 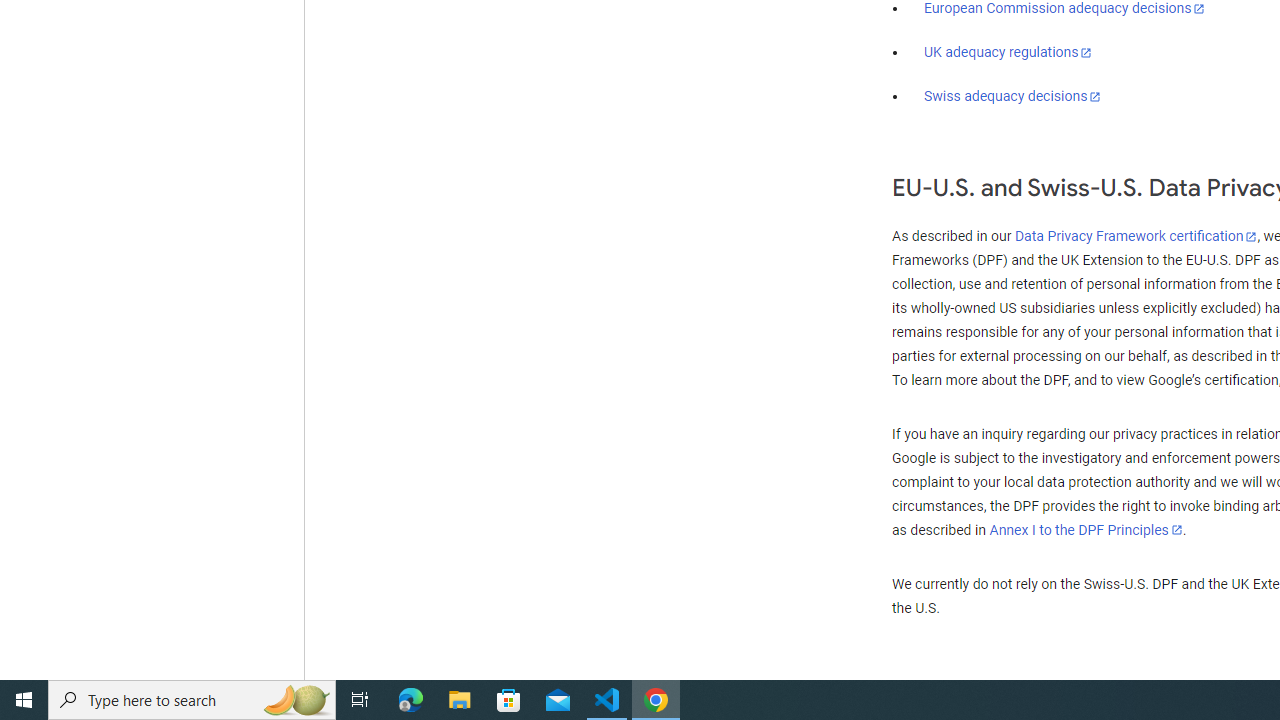 What do you see at coordinates (1136, 236) in the screenshot?
I see `'Data Privacy Framework certification'` at bounding box center [1136, 236].